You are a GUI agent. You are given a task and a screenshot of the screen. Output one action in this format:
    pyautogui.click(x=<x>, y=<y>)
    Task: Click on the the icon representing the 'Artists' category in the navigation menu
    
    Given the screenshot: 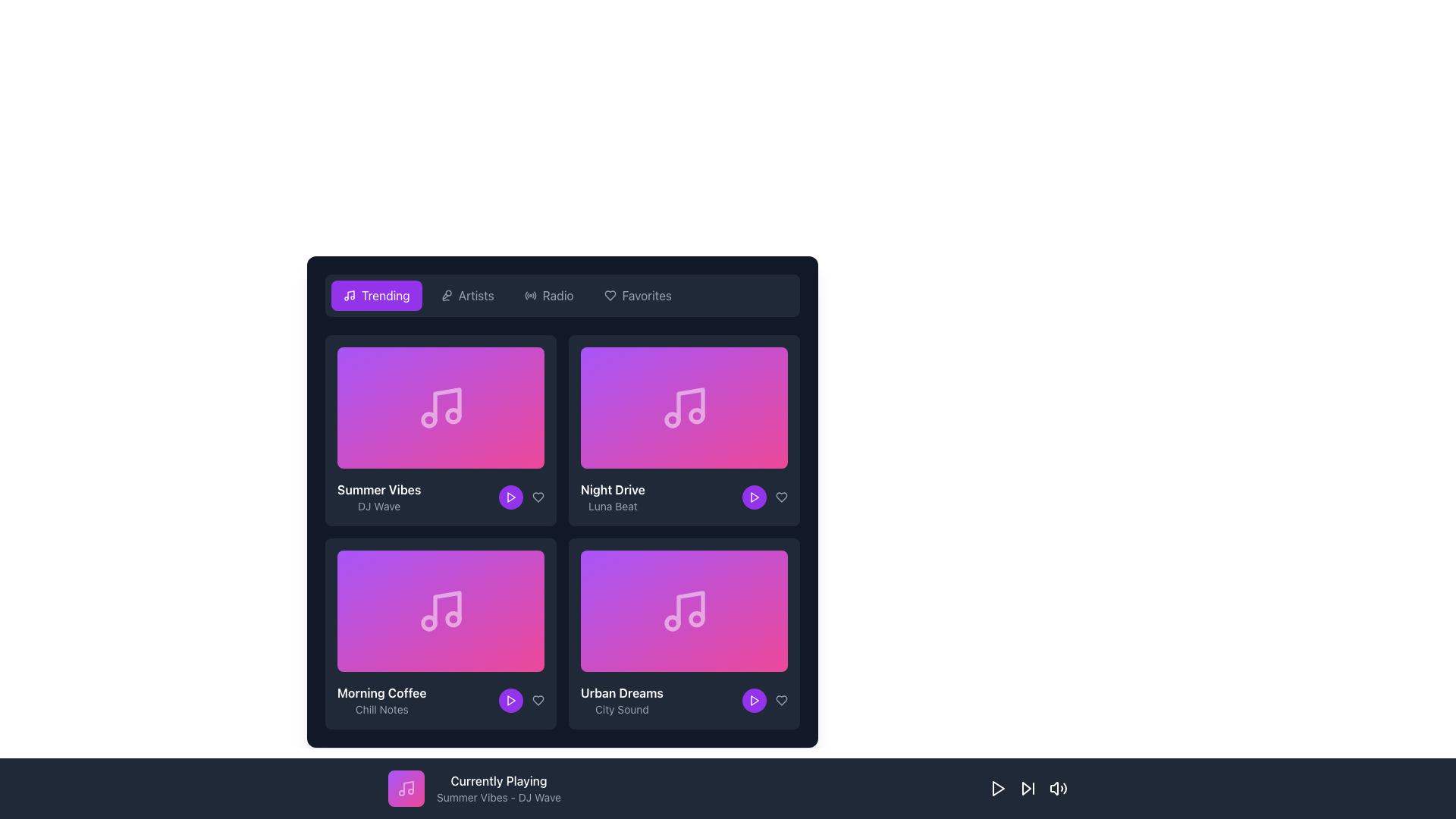 What is the action you would take?
    pyautogui.click(x=445, y=295)
    